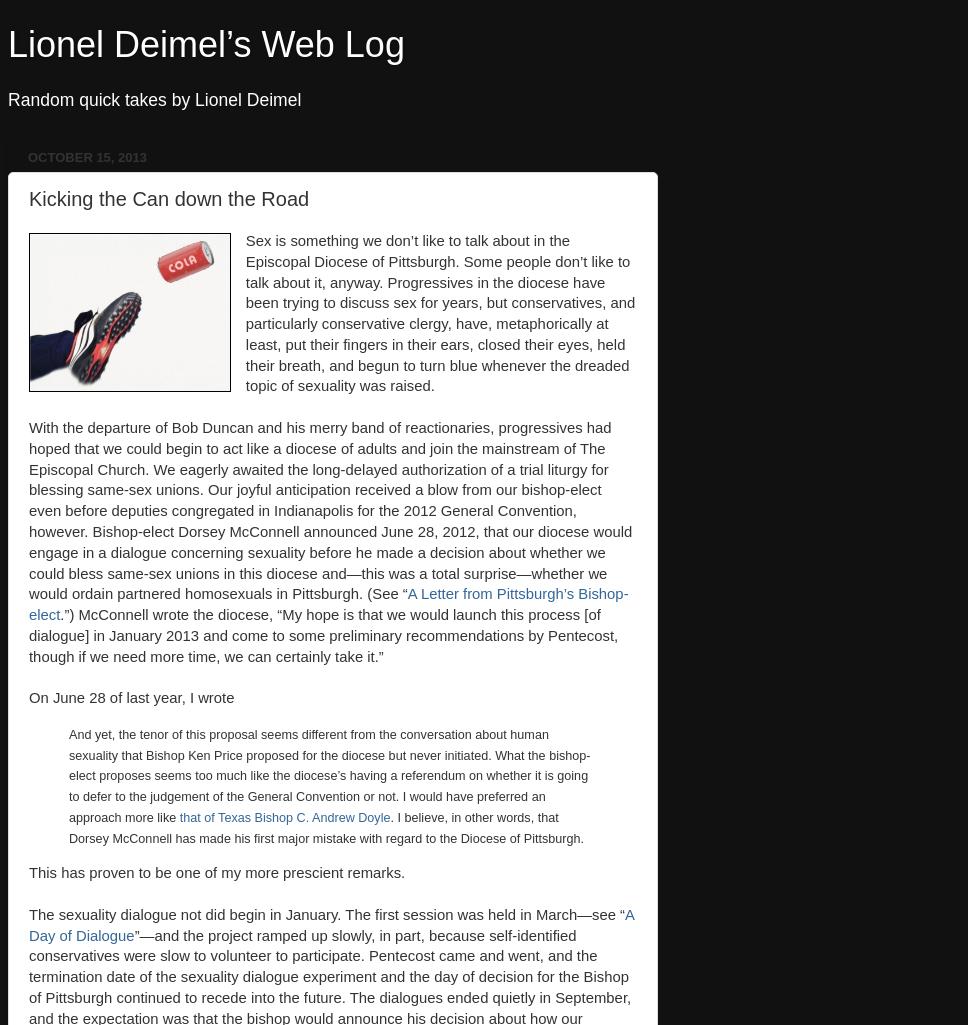 The height and width of the screenshot is (1025, 968). I want to click on '. I believe, in other words, that Dorsey McConnell has made his first major mistake with regard to the Diocese of Pittsburgh.', so click(326, 826).